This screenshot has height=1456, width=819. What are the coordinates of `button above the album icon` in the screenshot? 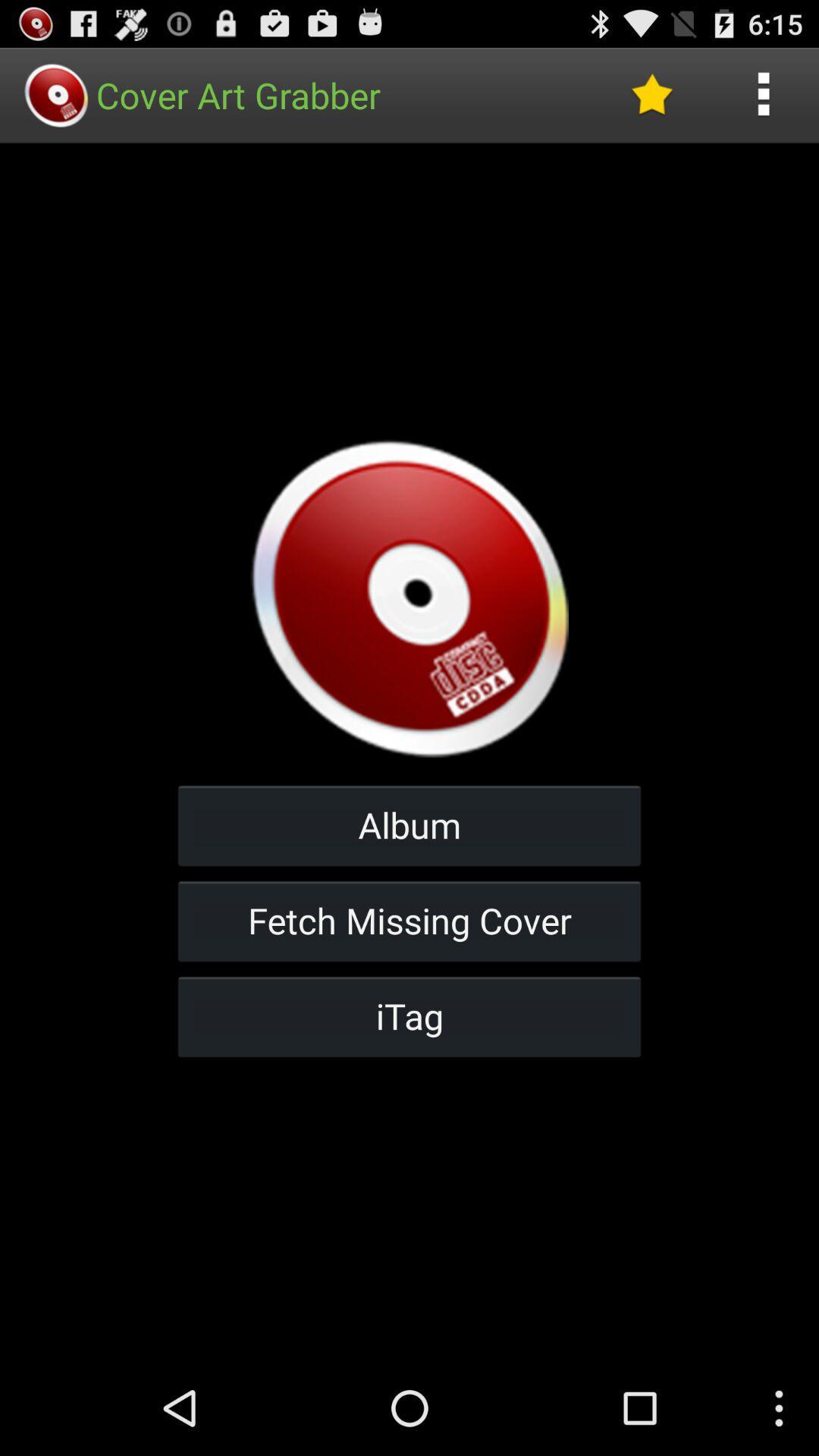 It's located at (651, 94).